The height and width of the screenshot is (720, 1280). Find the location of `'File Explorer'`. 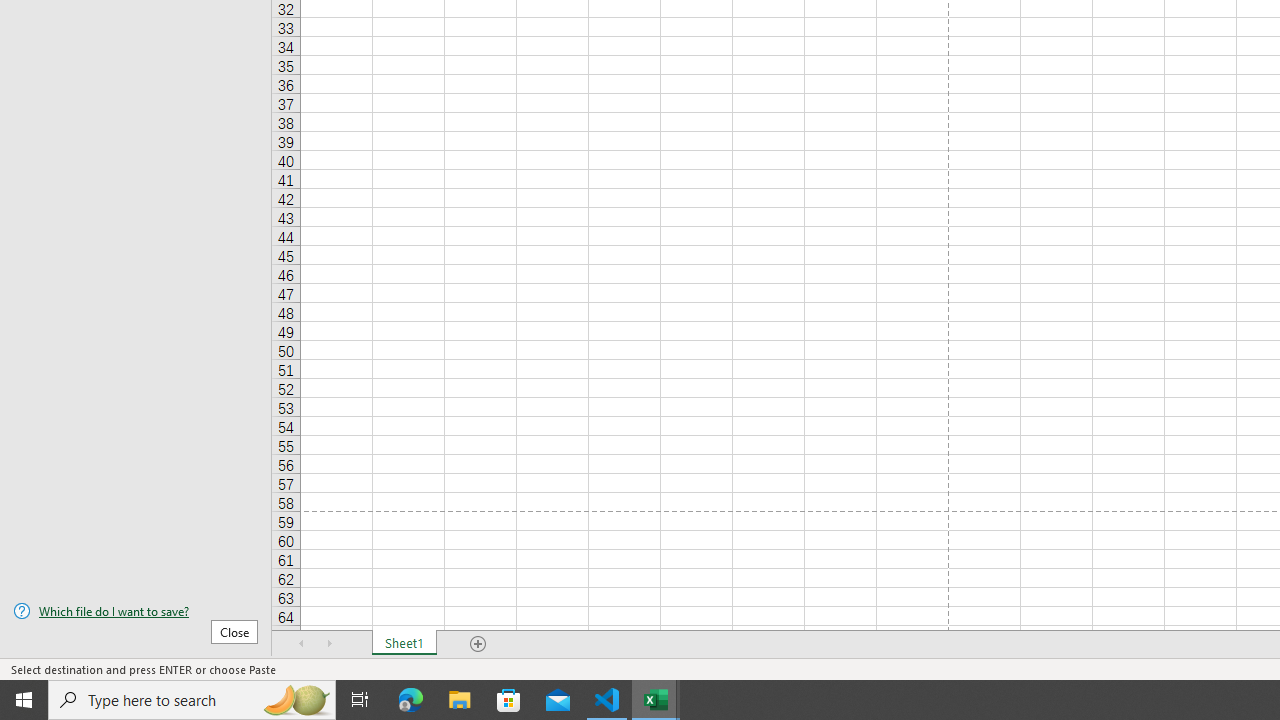

'File Explorer' is located at coordinates (459, 698).